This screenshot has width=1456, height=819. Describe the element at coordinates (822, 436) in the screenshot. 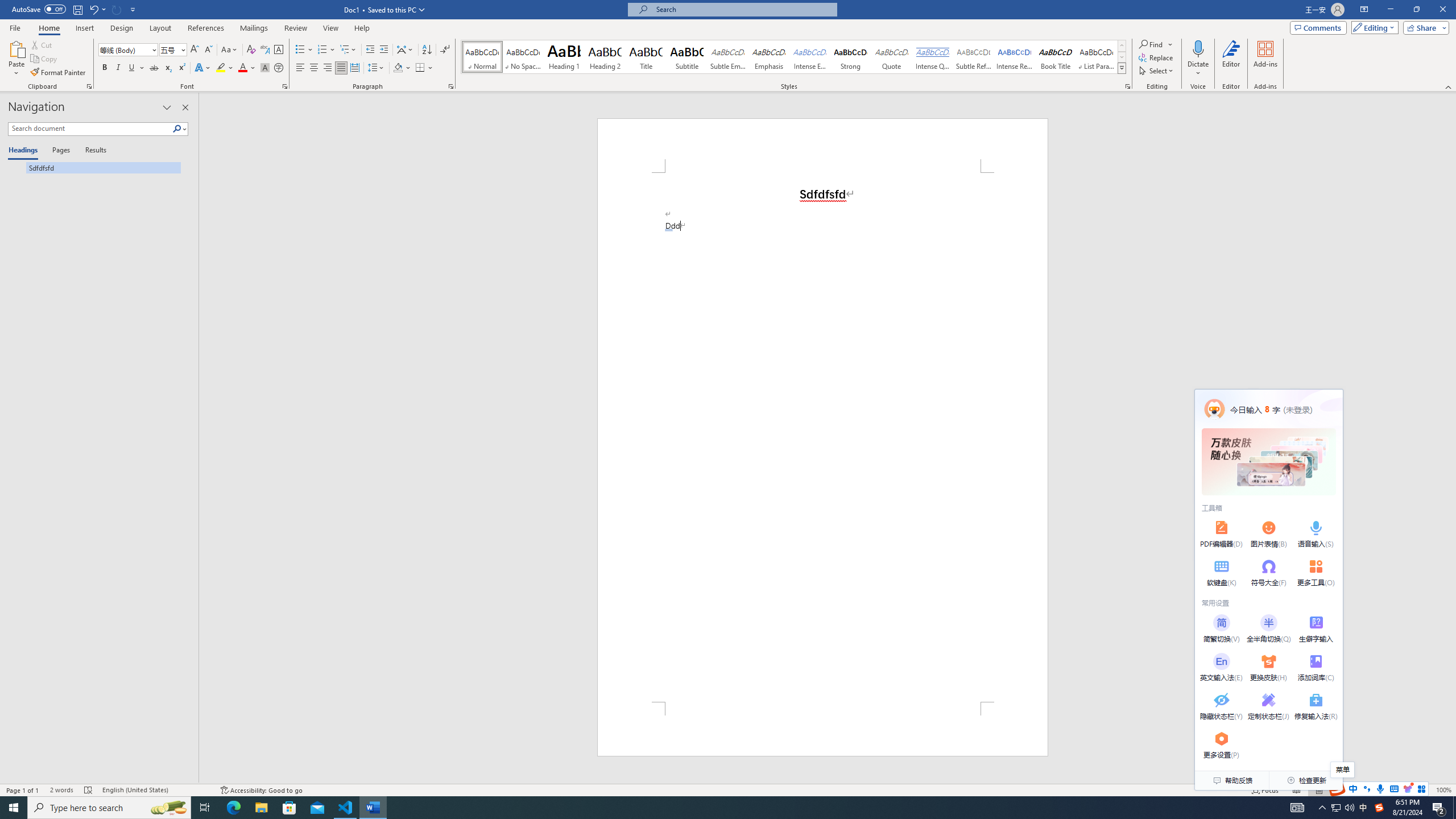

I see `'Page 1 content'` at that location.